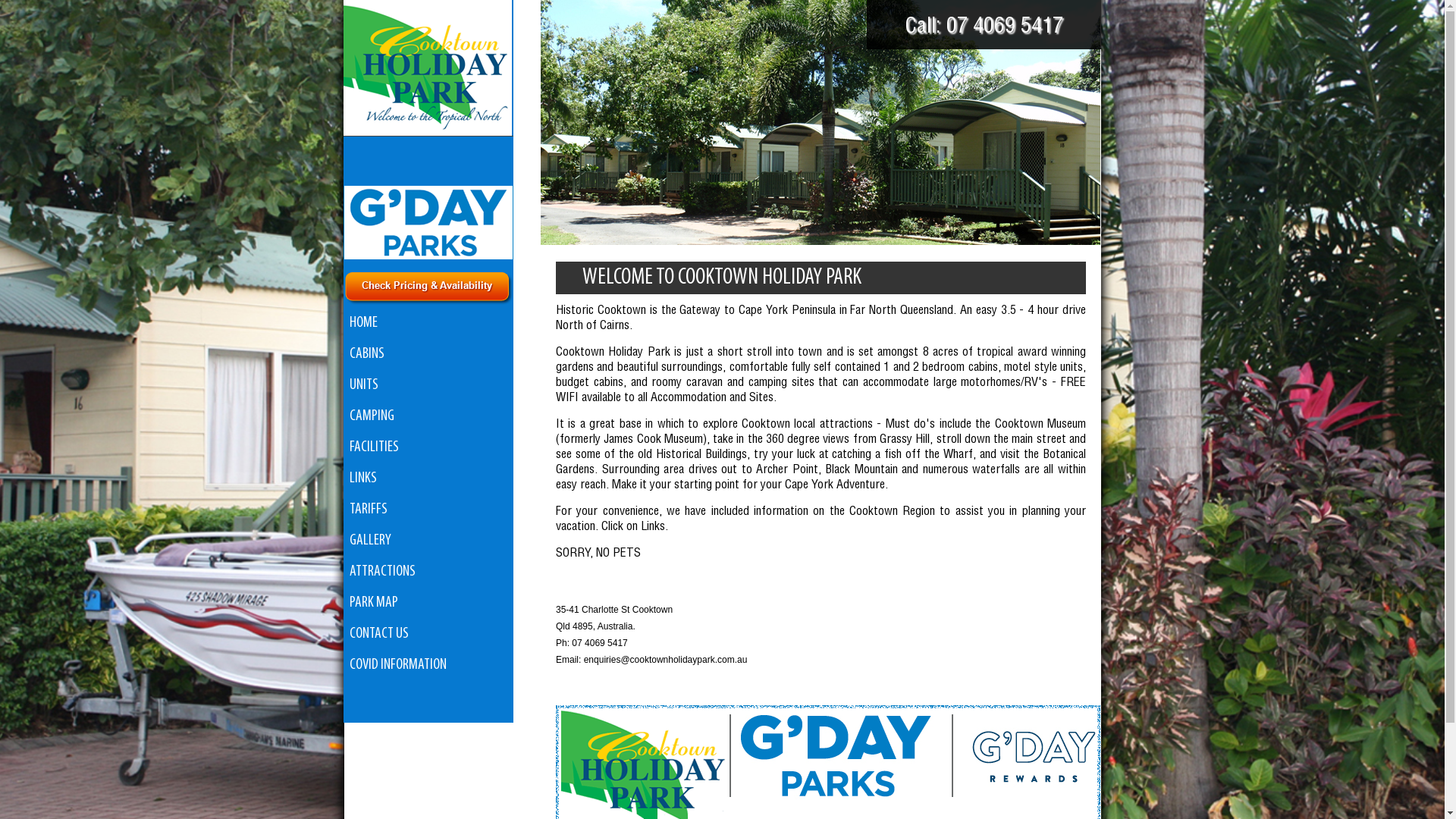 The image size is (1456, 819). Describe the element at coordinates (428, 634) in the screenshot. I see `'CONTACT US'` at that location.